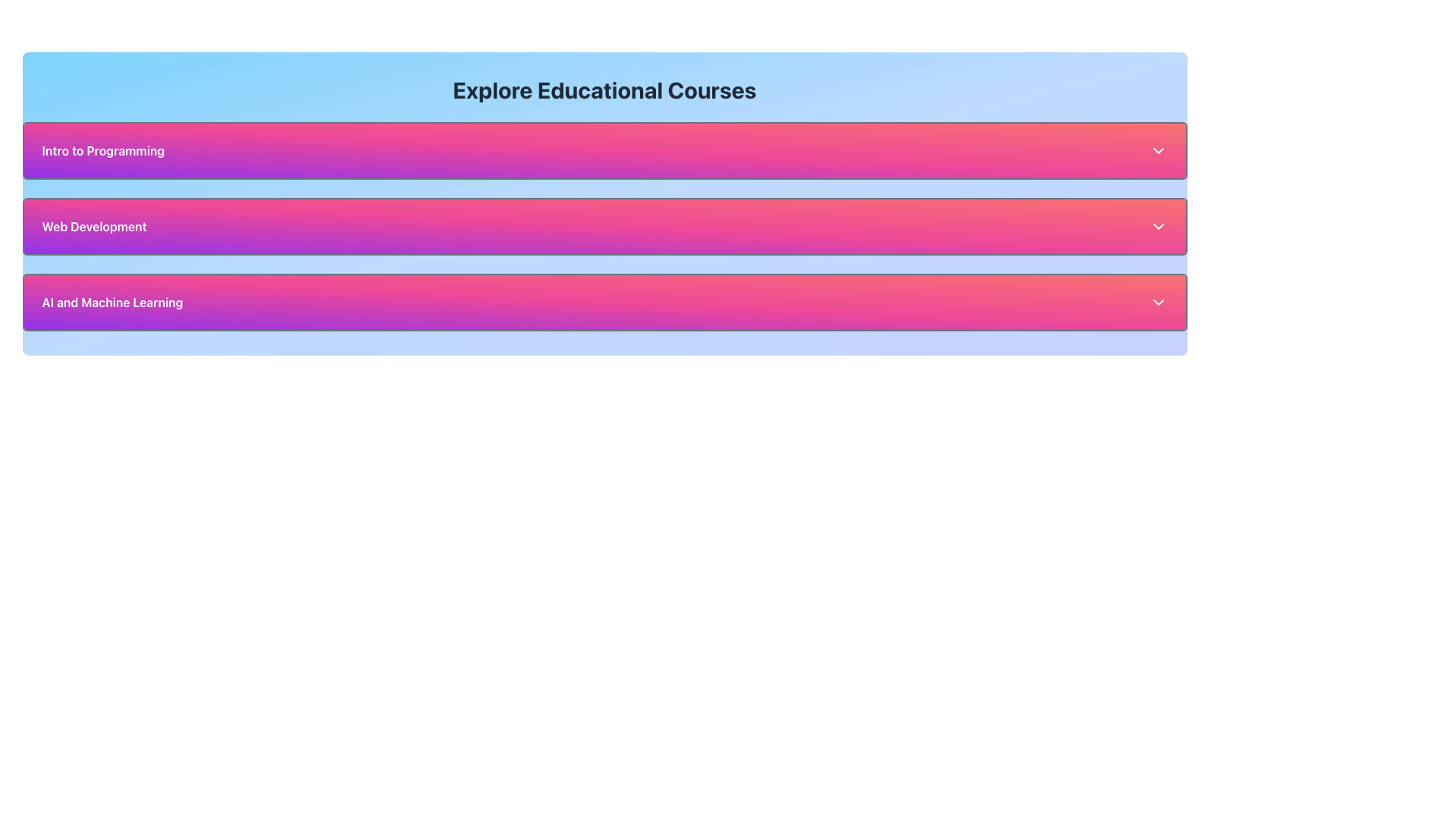 This screenshot has height=819, width=1456. I want to click on the downward-facing chevron icon that complements the text 'AI and Machine Learning' to trigger the hover effects, so click(1157, 302).